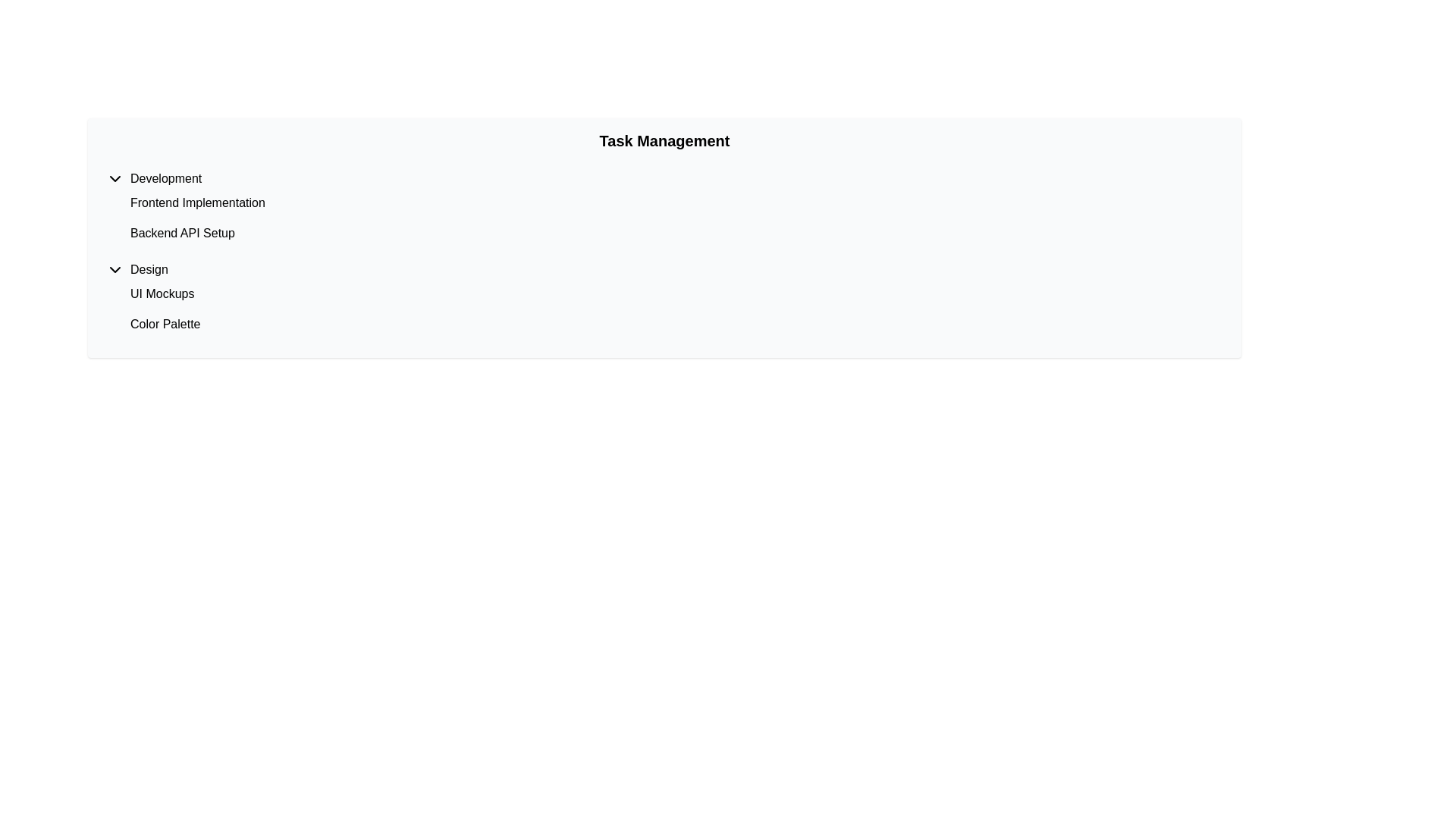  What do you see at coordinates (165, 324) in the screenshot?
I see `the Text Label displaying 'Color Palette' located beneath the 'UI Mockups' label in the 'Design' section of the task list` at bounding box center [165, 324].